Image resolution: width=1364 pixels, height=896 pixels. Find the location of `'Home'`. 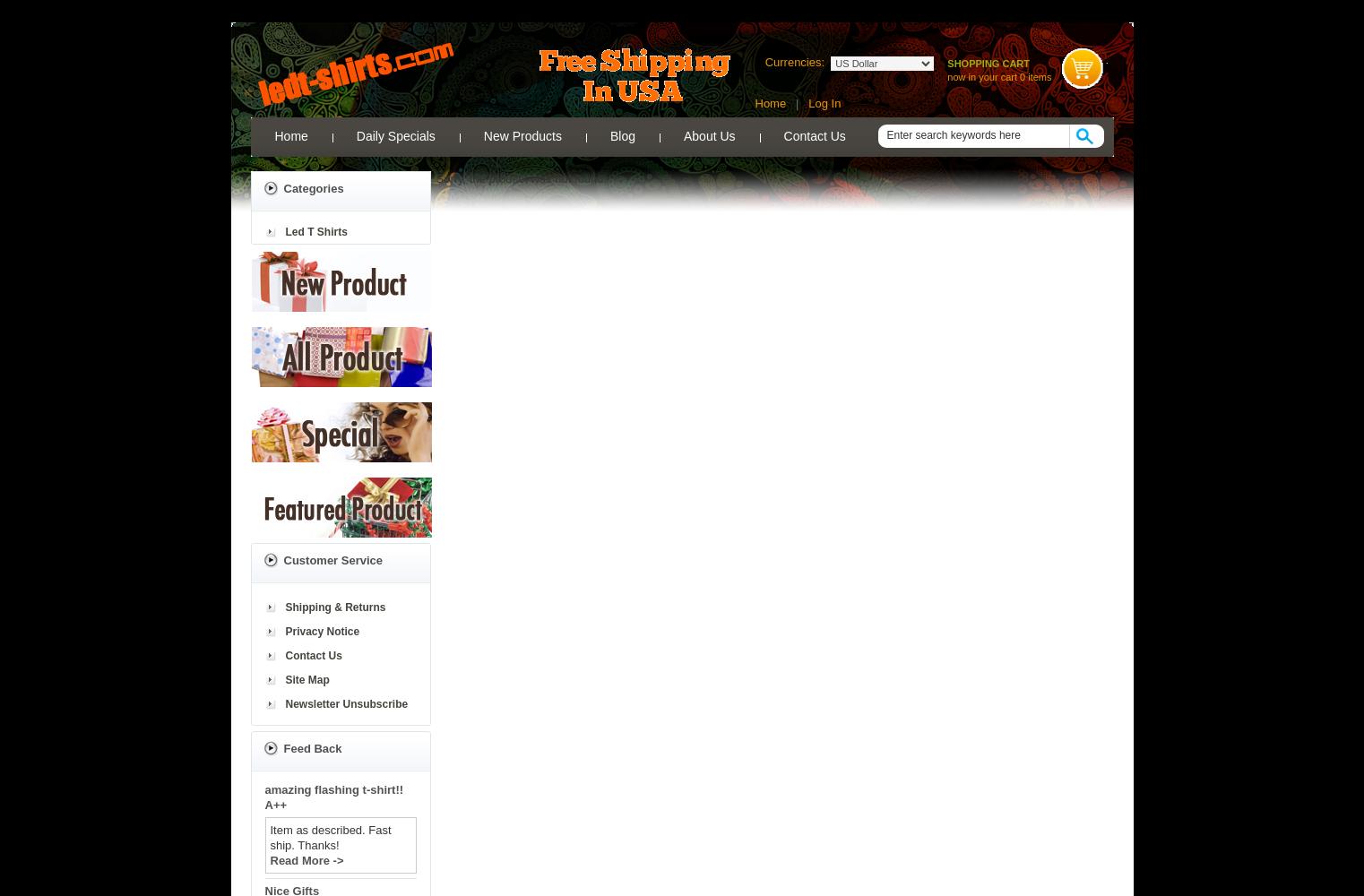

'Home' is located at coordinates (754, 102).